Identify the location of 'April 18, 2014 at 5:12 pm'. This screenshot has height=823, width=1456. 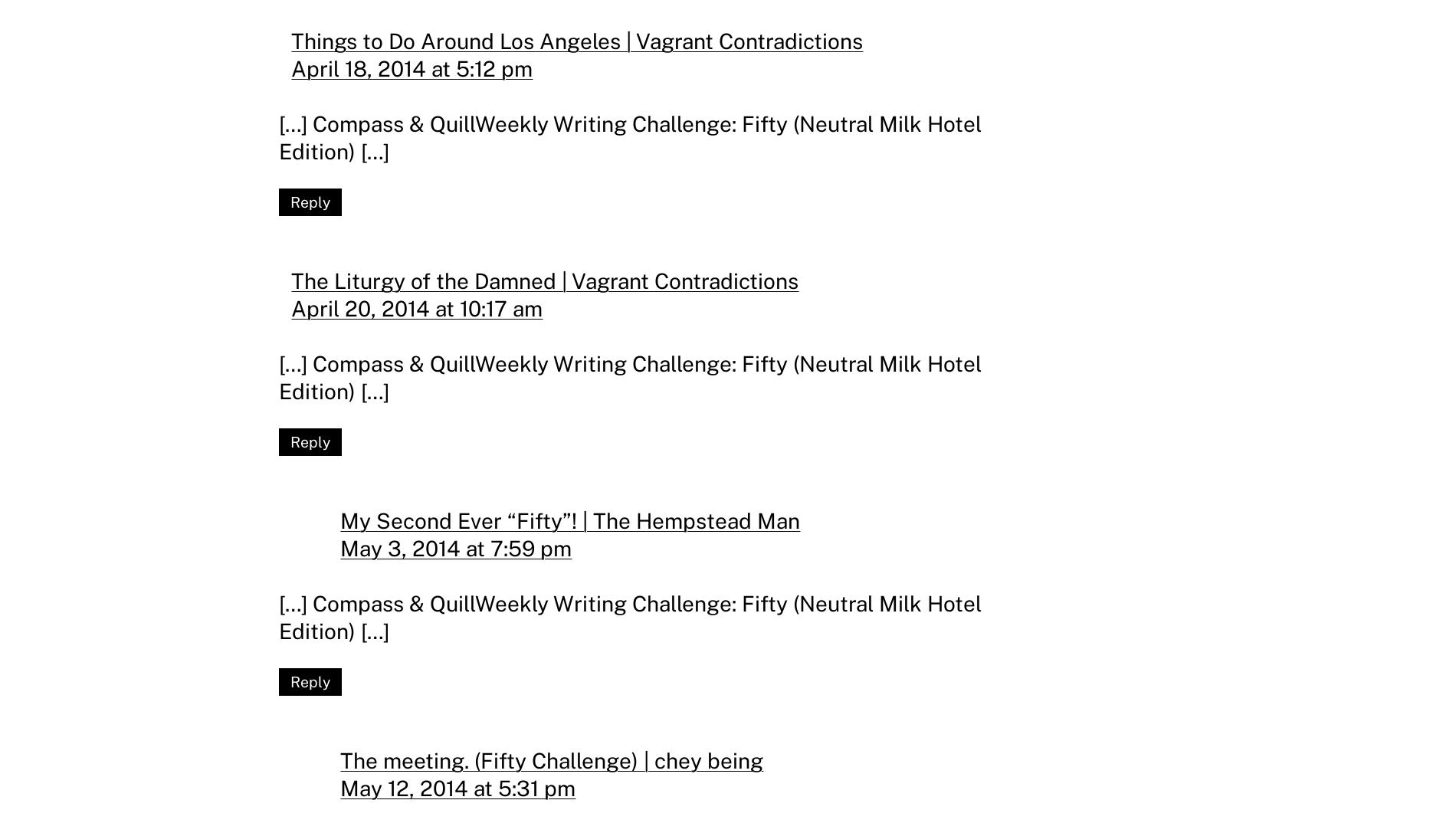
(412, 68).